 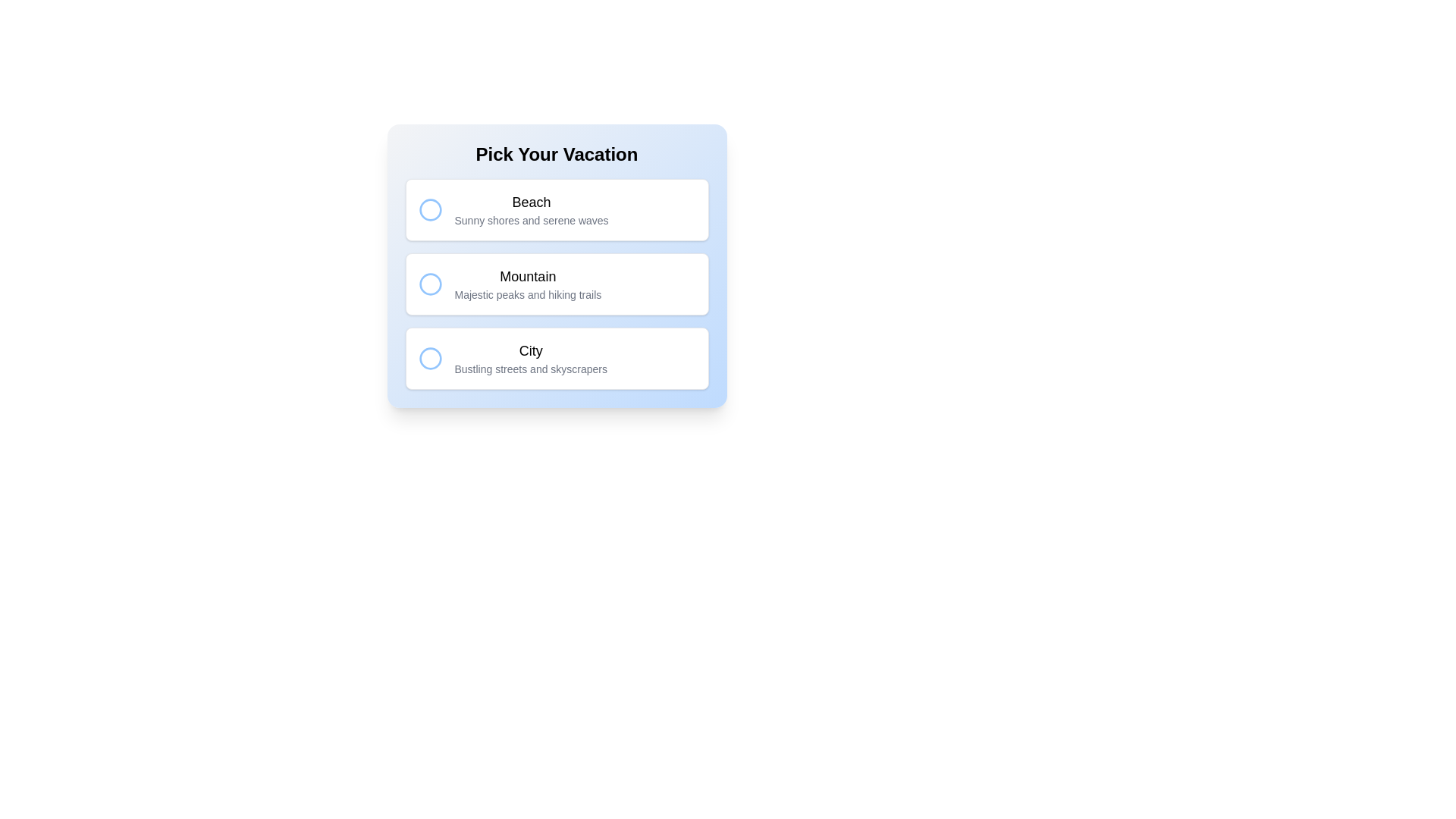 What do you see at coordinates (556, 284) in the screenshot?
I see `descriptive text of the 'Mountain' vacation option, which is the second option in the list under the 'Pick Your Vacation' heading` at bounding box center [556, 284].